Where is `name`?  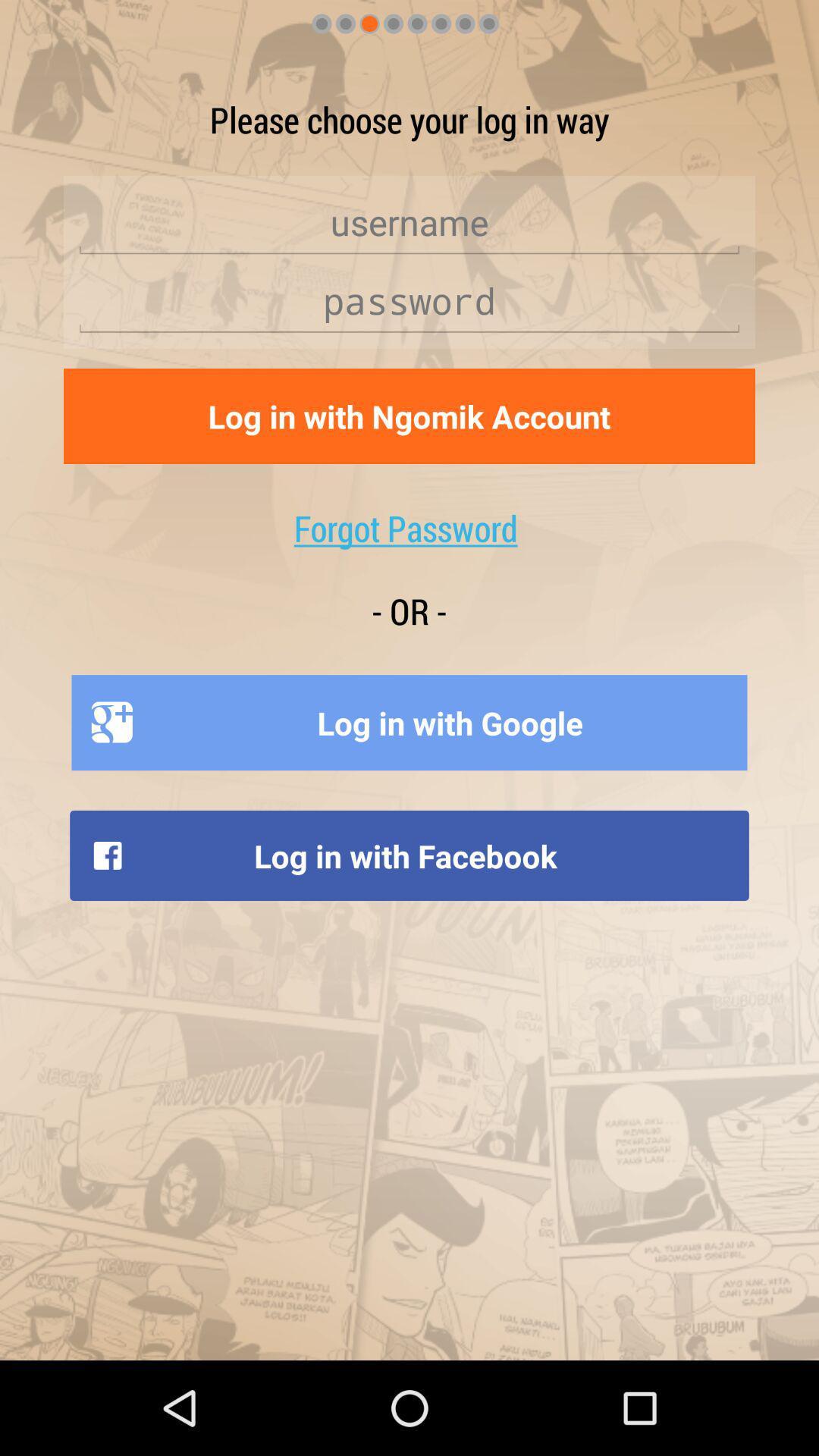 name is located at coordinates (409, 221).